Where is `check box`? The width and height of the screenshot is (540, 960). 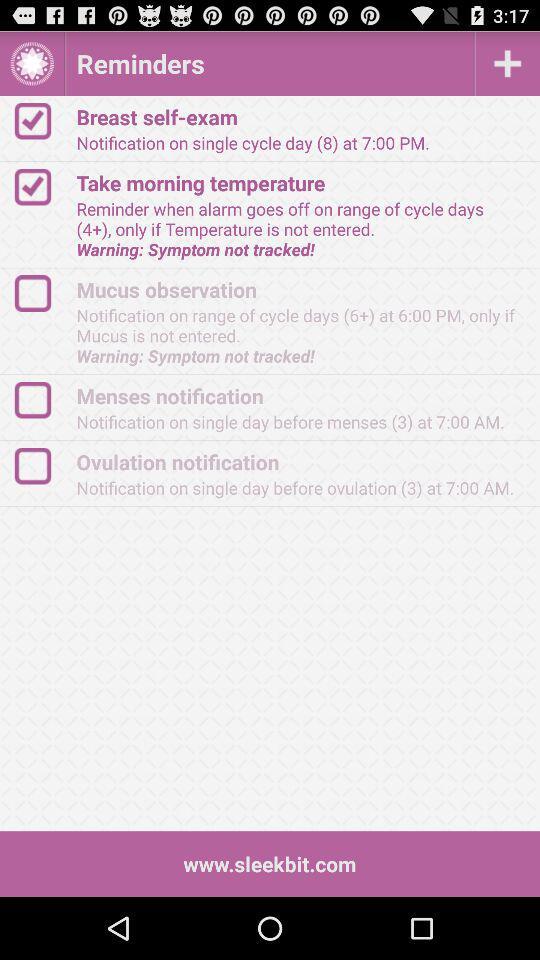
check box is located at coordinates (42, 120).